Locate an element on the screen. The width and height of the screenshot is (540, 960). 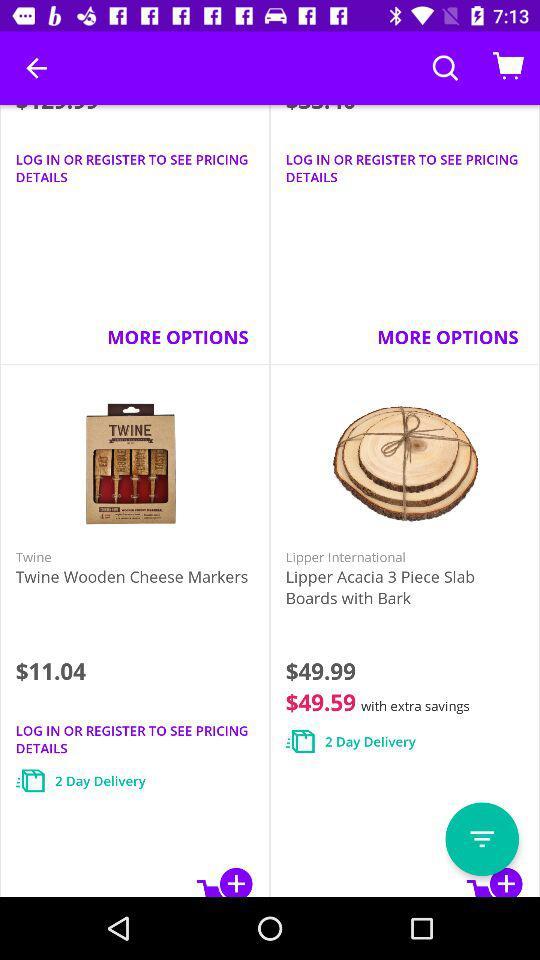
the icon to the left of the $33.40 item is located at coordinates (36, 68).